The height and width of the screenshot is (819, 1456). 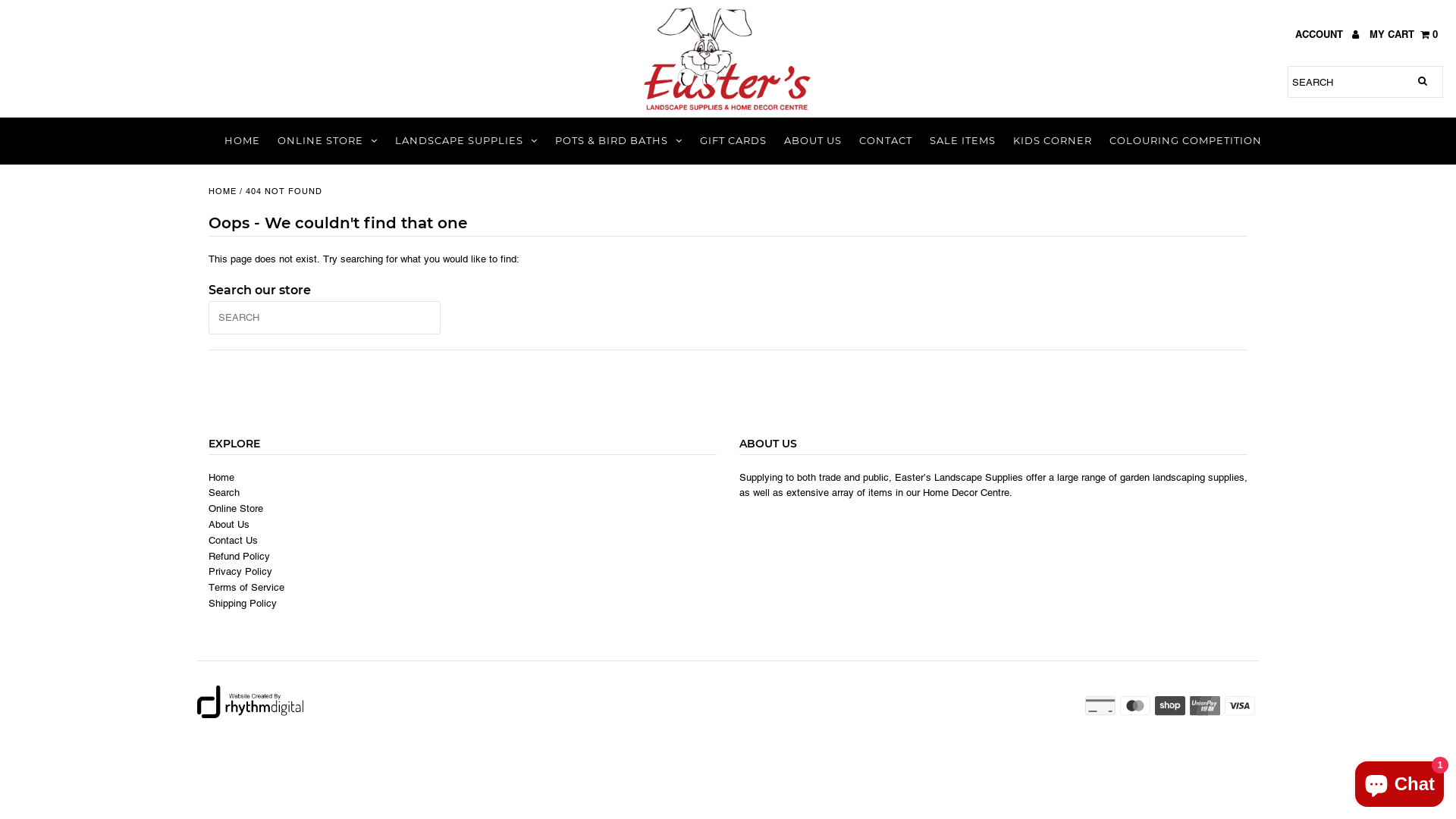 What do you see at coordinates (1398, 780) in the screenshot?
I see `'Shopify online store chat'` at bounding box center [1398, 780].